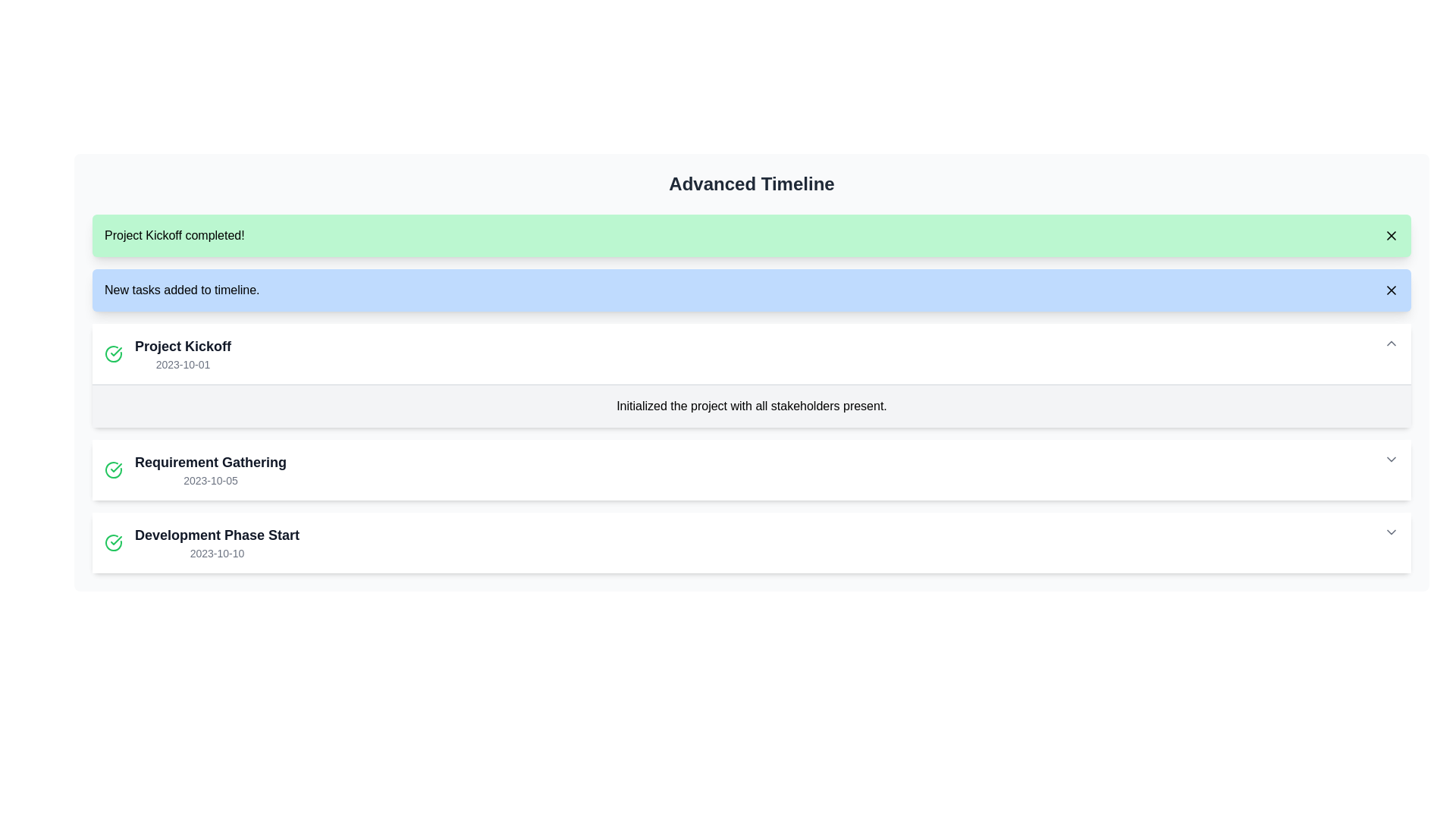 This screenshot has width=1456, height=819. I want to click on the text label that reads 'Project Kickoff completed!' displayed in bold black font on a green rectangular background, located at the top-left corner of the green notification card, so click(174, 236).